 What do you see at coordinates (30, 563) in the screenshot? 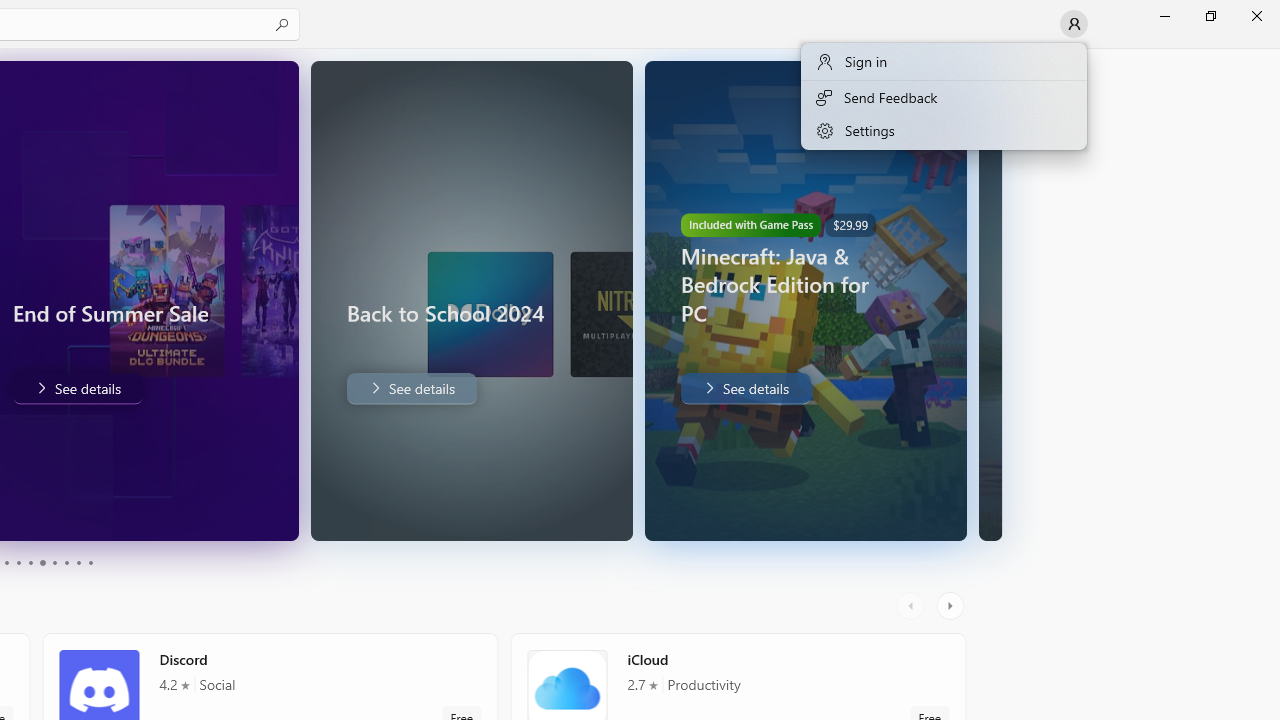
I see `'Page 5'` at bounding box center [30, 563].